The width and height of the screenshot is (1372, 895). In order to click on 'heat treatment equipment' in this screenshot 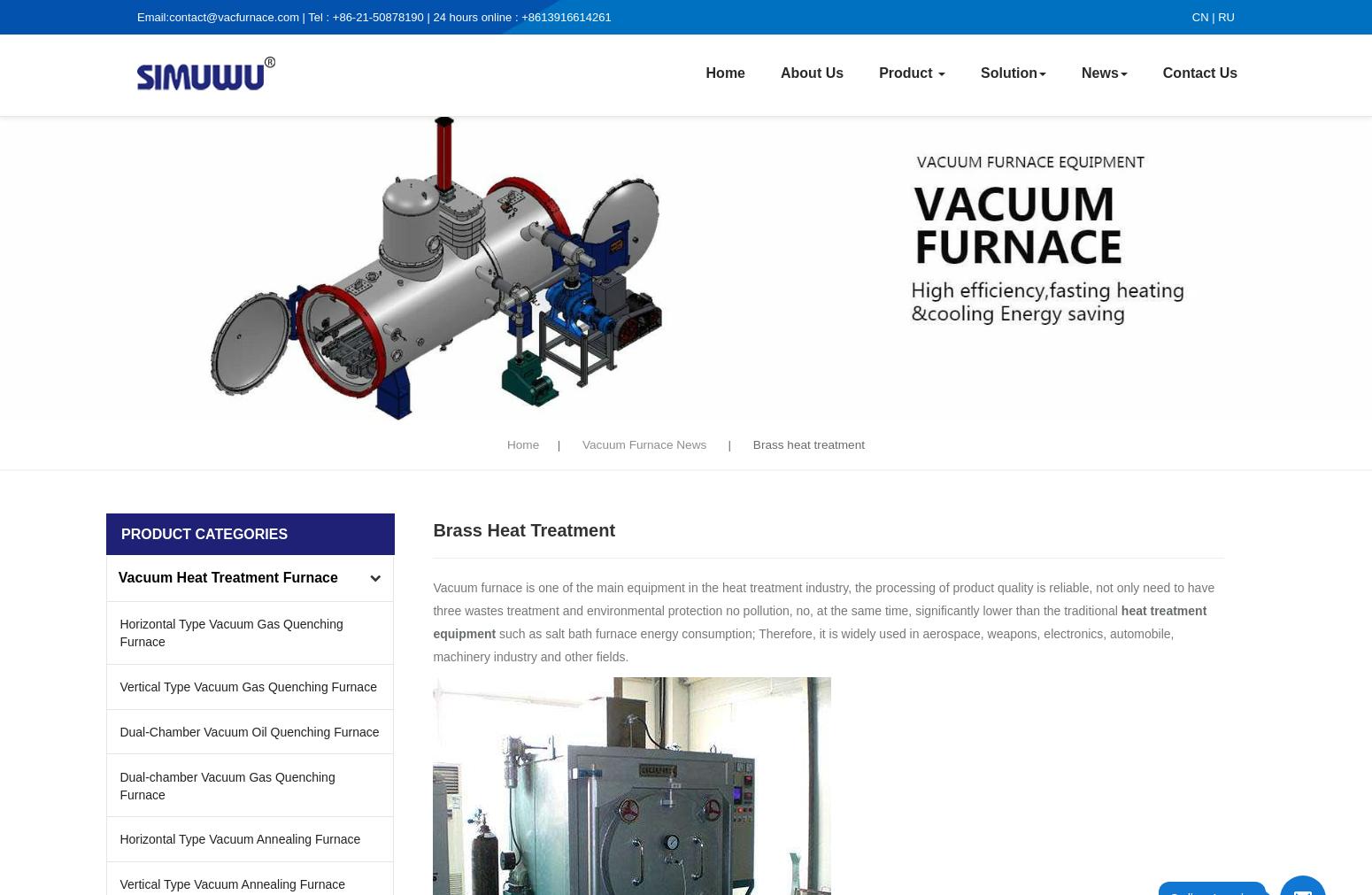, I will do `click(819, 621)`.